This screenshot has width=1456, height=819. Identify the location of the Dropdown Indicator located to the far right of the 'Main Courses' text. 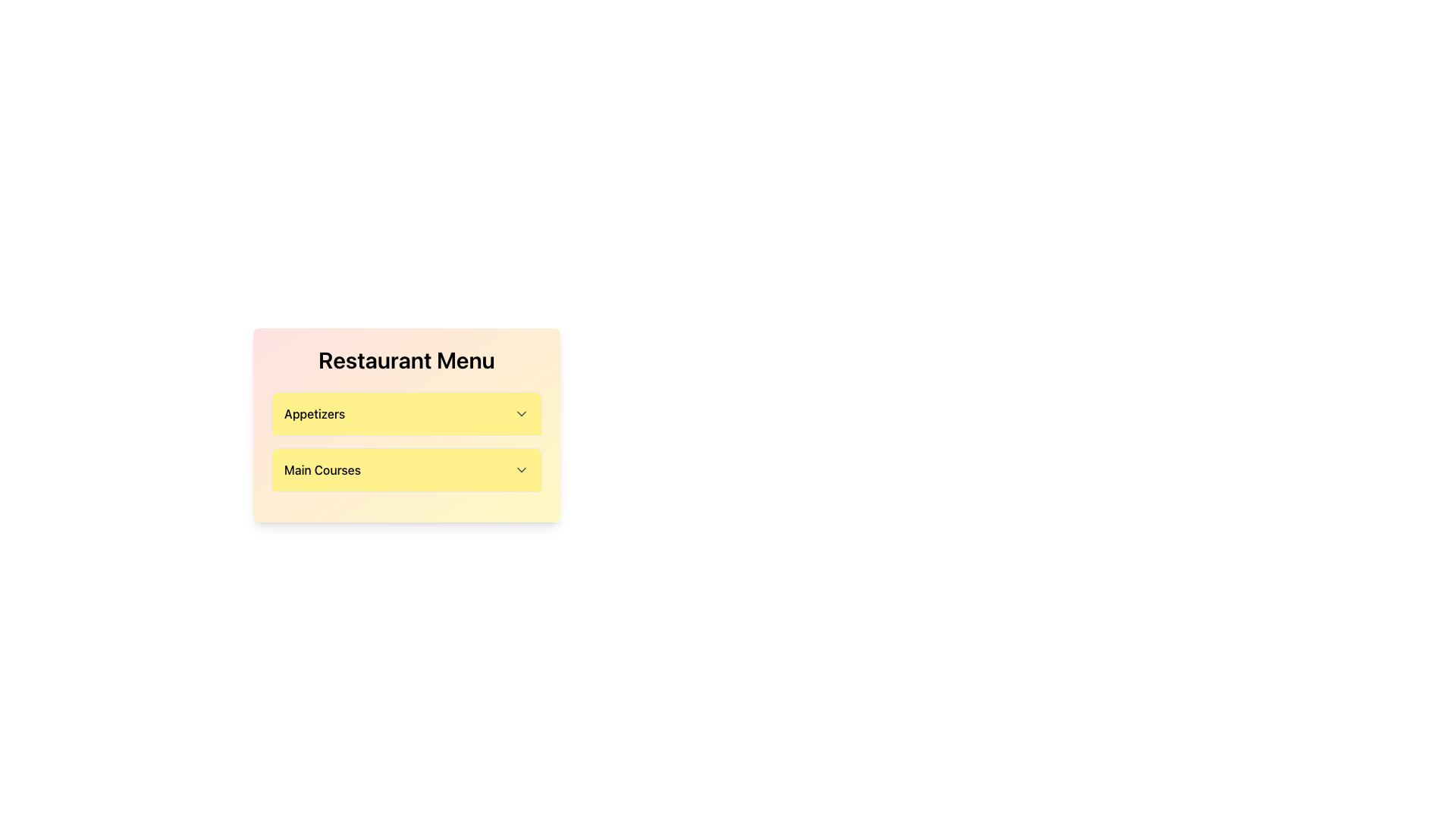
(521, 469).